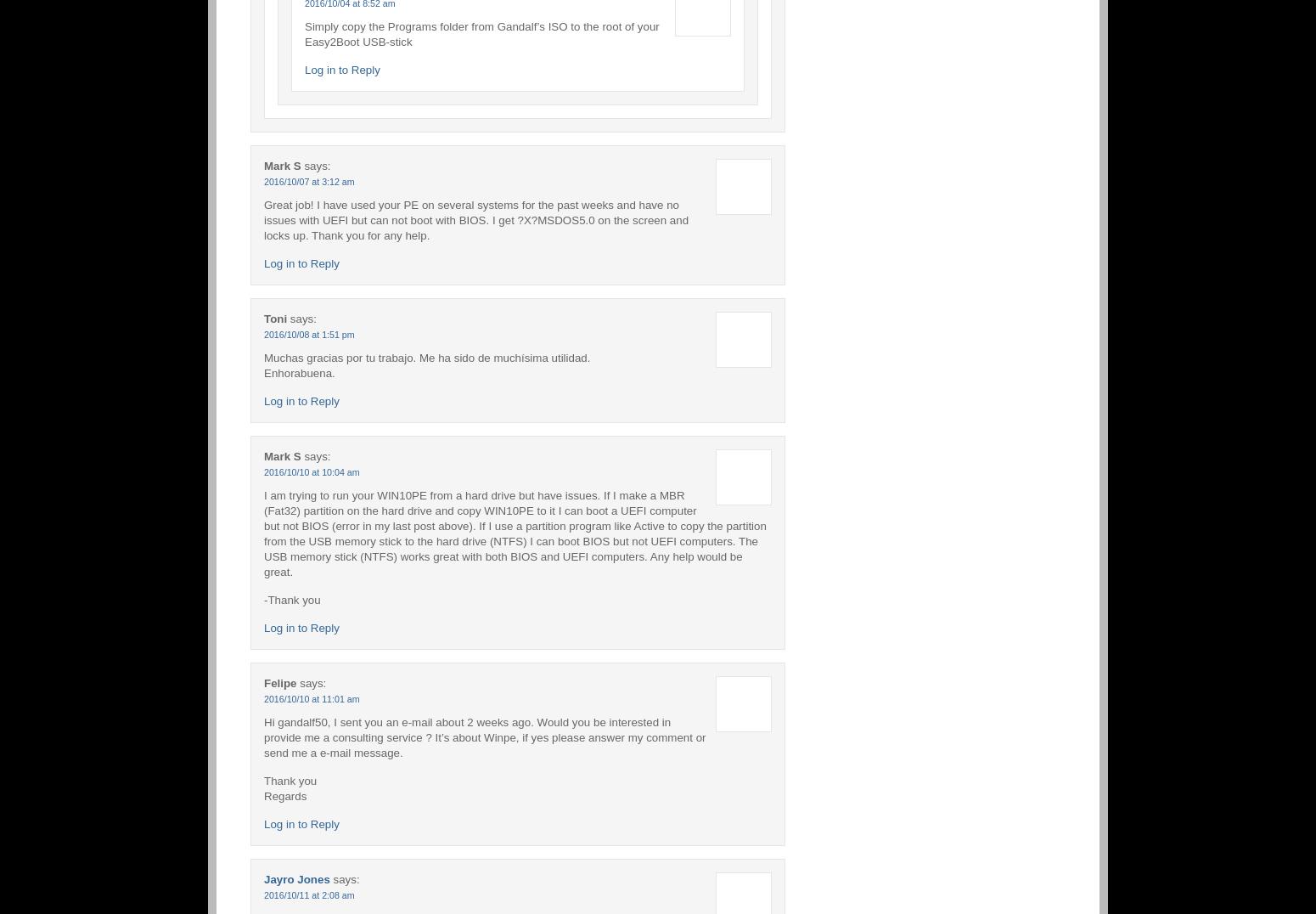 The image size is (1316, 914). What do you see at coordinates (263, 332) in the screenshot?
I see `'2016/10/08 at 1:51 pm'` at bounding box center [263, 332].